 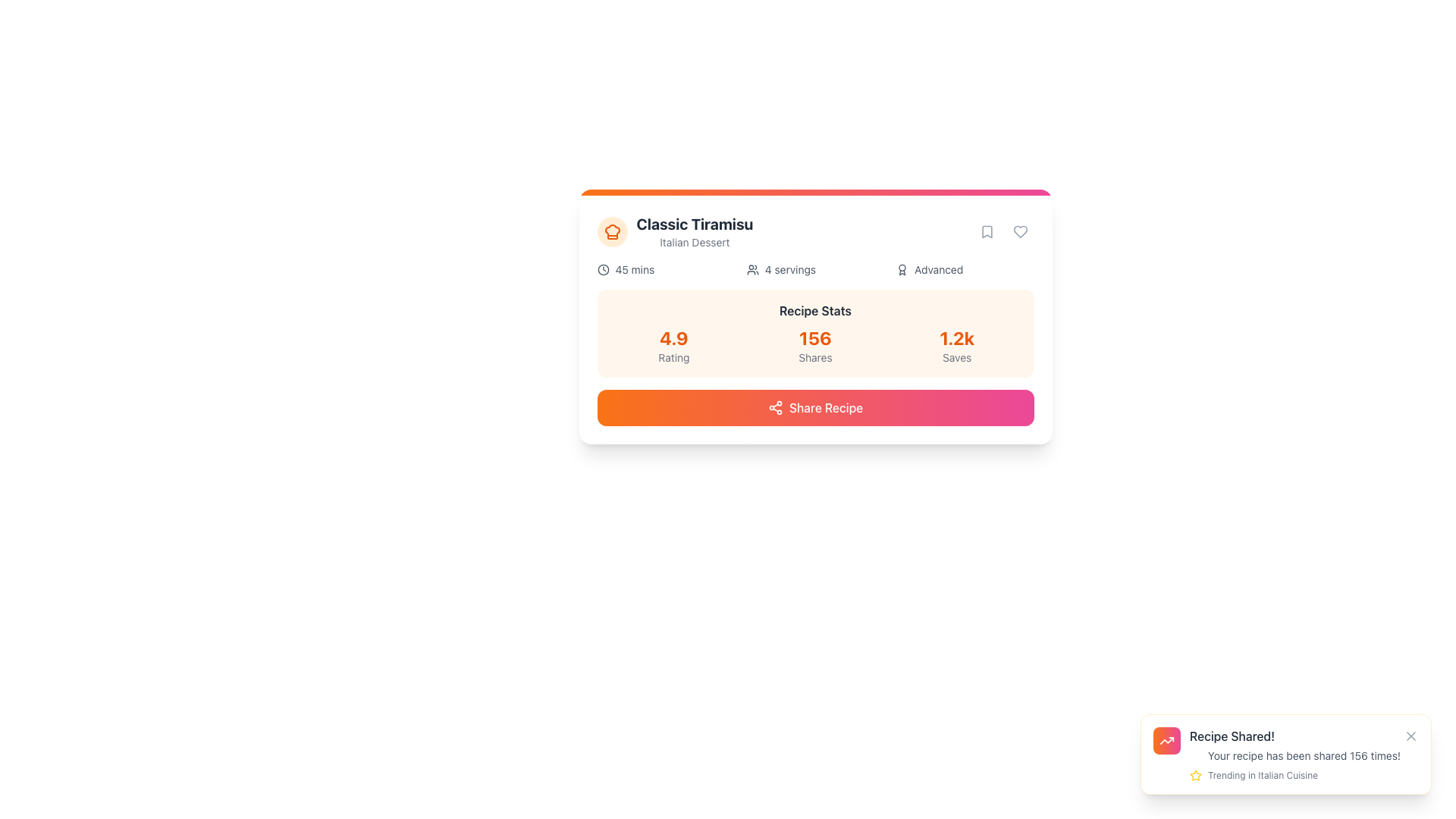 What do you see at coordinates (814, 345) in the screenshot?
I see `the text display showing '156 Shares' which is located in the middle column of the grid layout under the 'Recipe Stats' section` at bounding box center [814, 345].